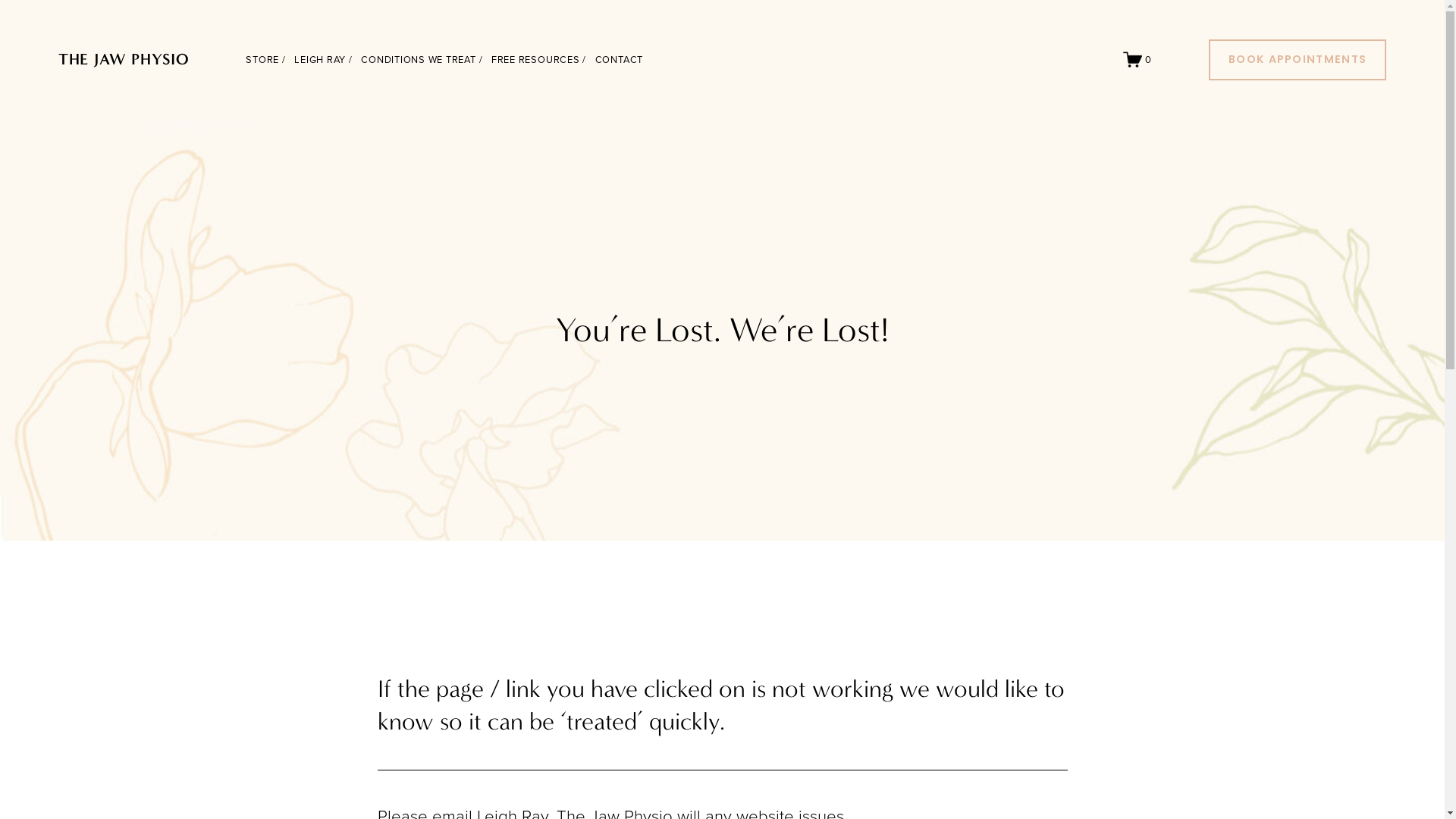 The width and height of the screenshot is (1456, 819). Describe the element at coordinates (538, 58) in the screenshot. I see `'FREE RESOURCES /'` at that location.